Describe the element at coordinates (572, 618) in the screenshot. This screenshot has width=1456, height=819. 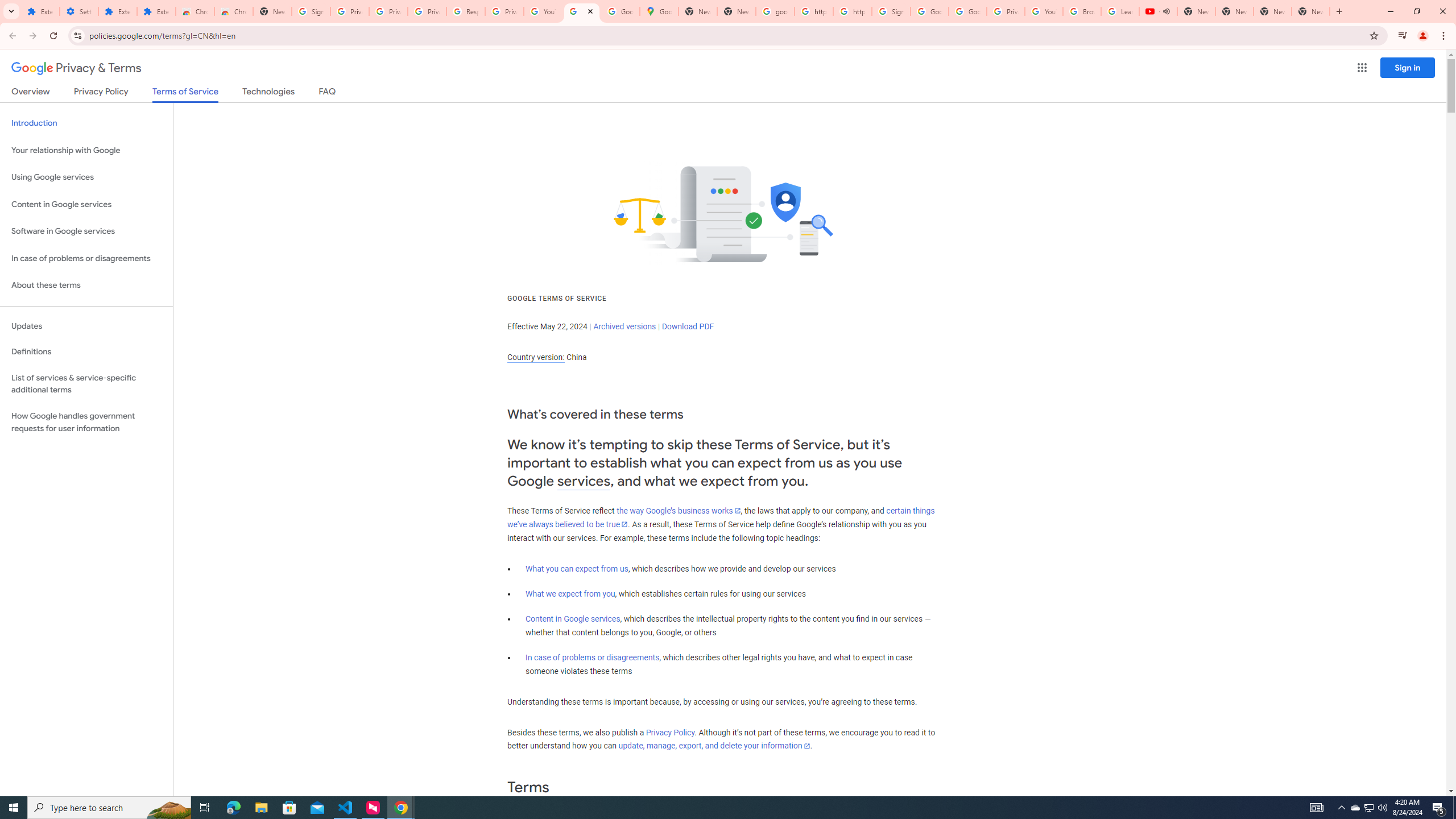
I see `'Content in Google services'` at that location.